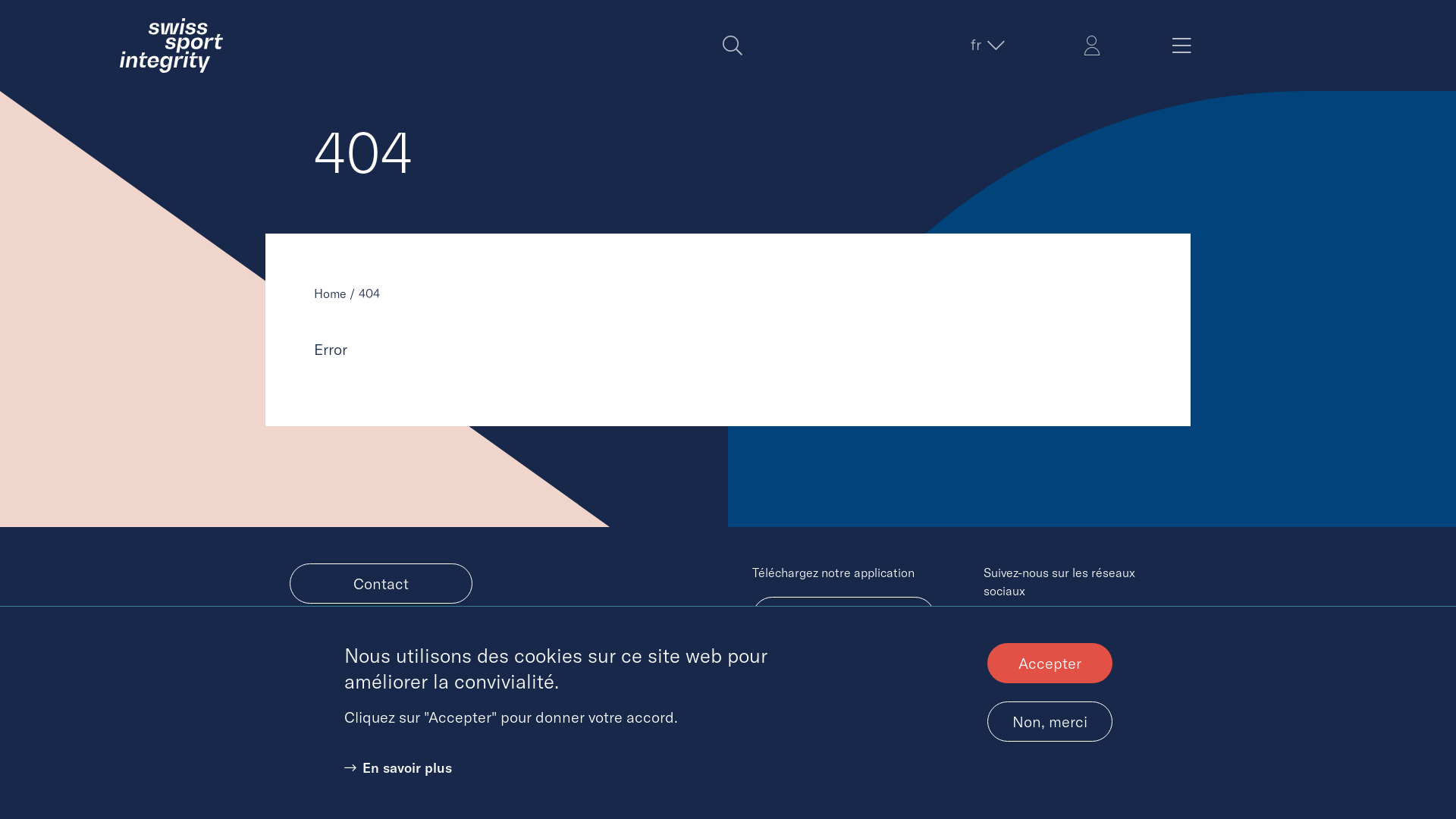 This screenshot has width=1456, height=819. Describe the element at coordinates (381, 643) in the screenshot. I see `'Signaler un incident'` at that location.